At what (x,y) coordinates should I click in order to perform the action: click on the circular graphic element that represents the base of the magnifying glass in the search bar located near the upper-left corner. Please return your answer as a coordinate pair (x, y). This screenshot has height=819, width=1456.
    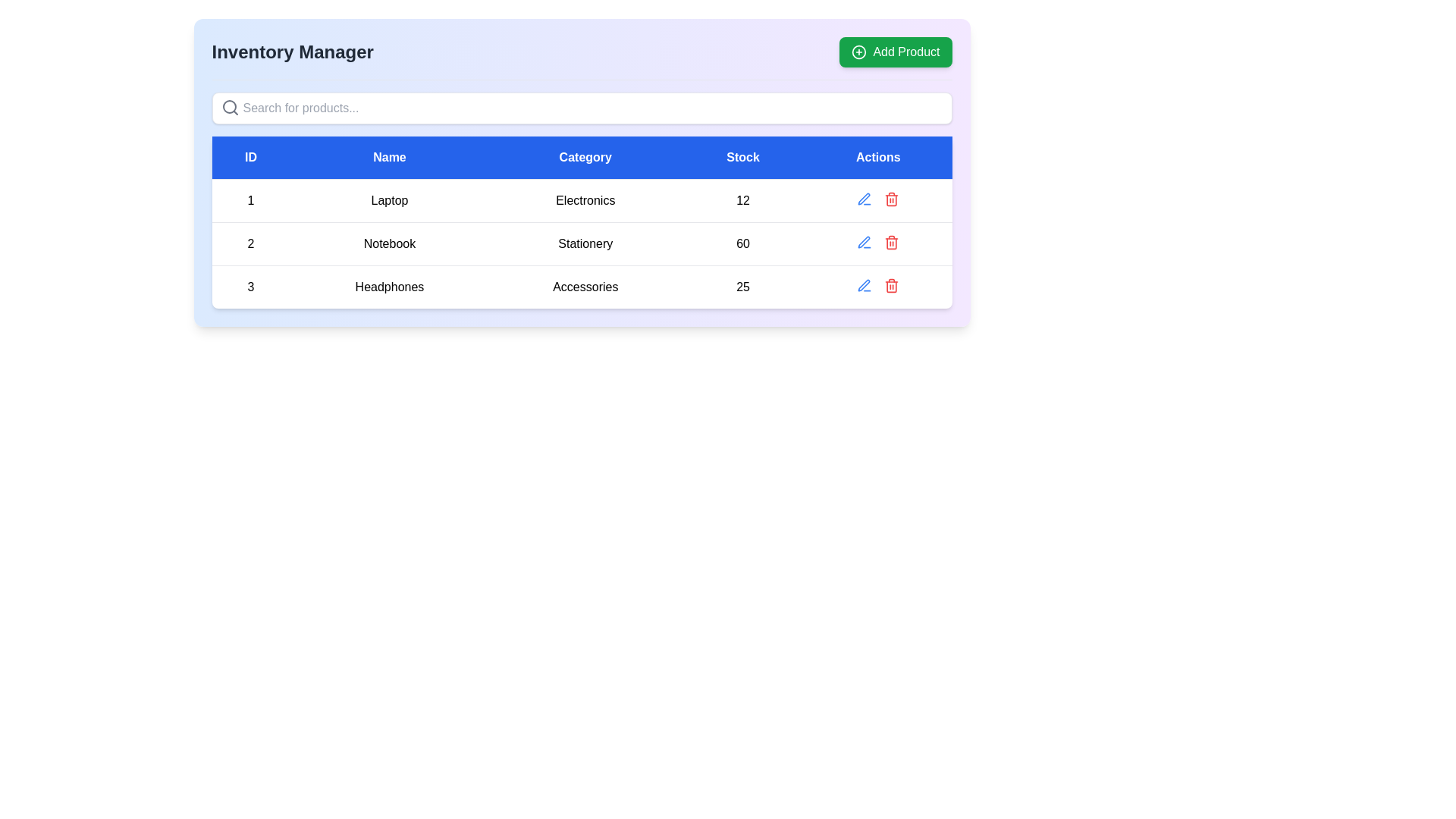
    Looking at the image, I should click on (228, 106).